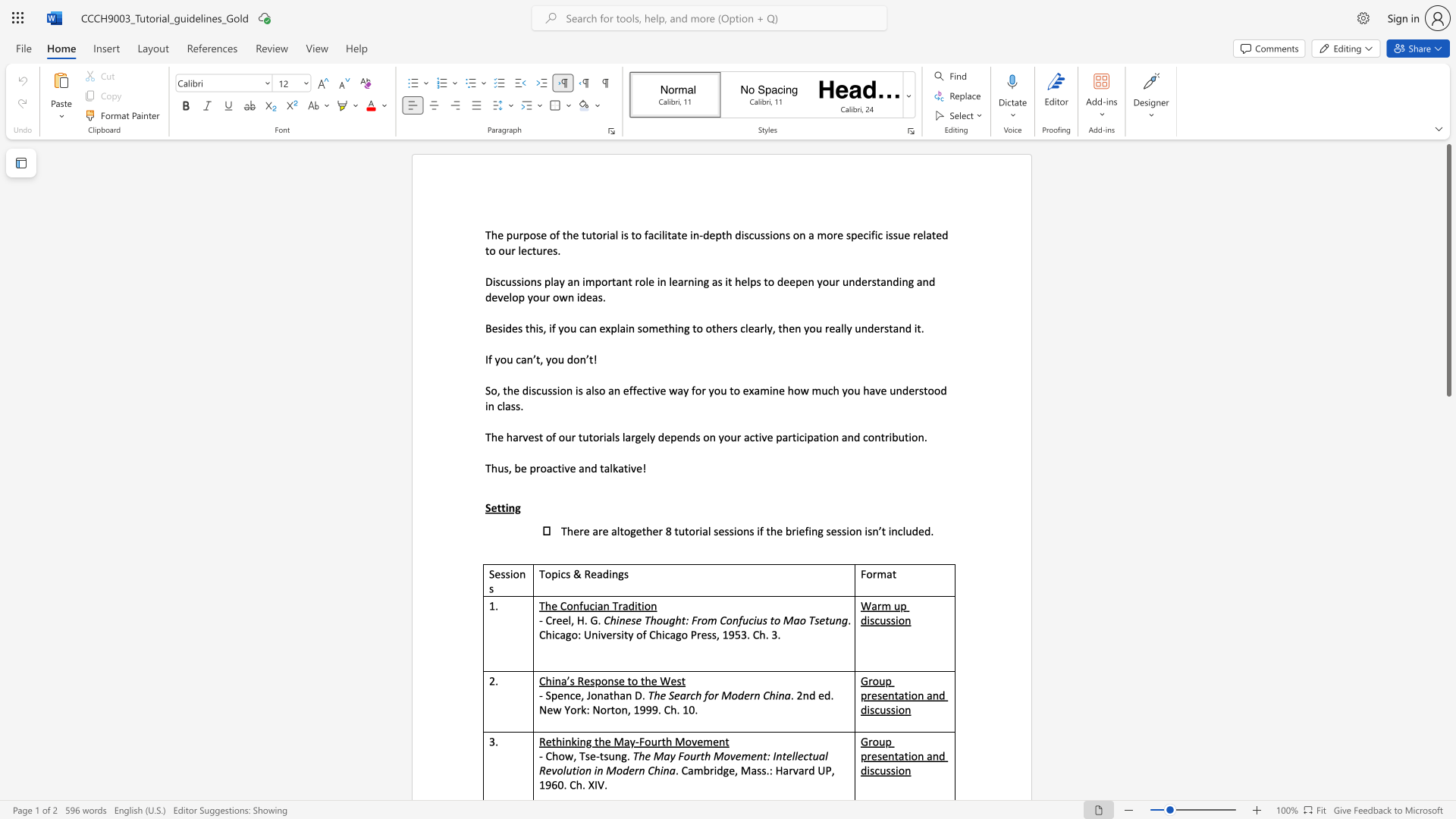 This screenshot has height=819, width=1456. Describe the element at coordinates (1448, 644) in the screenshot. I see `the scrollbar to move the page downward` at that location.